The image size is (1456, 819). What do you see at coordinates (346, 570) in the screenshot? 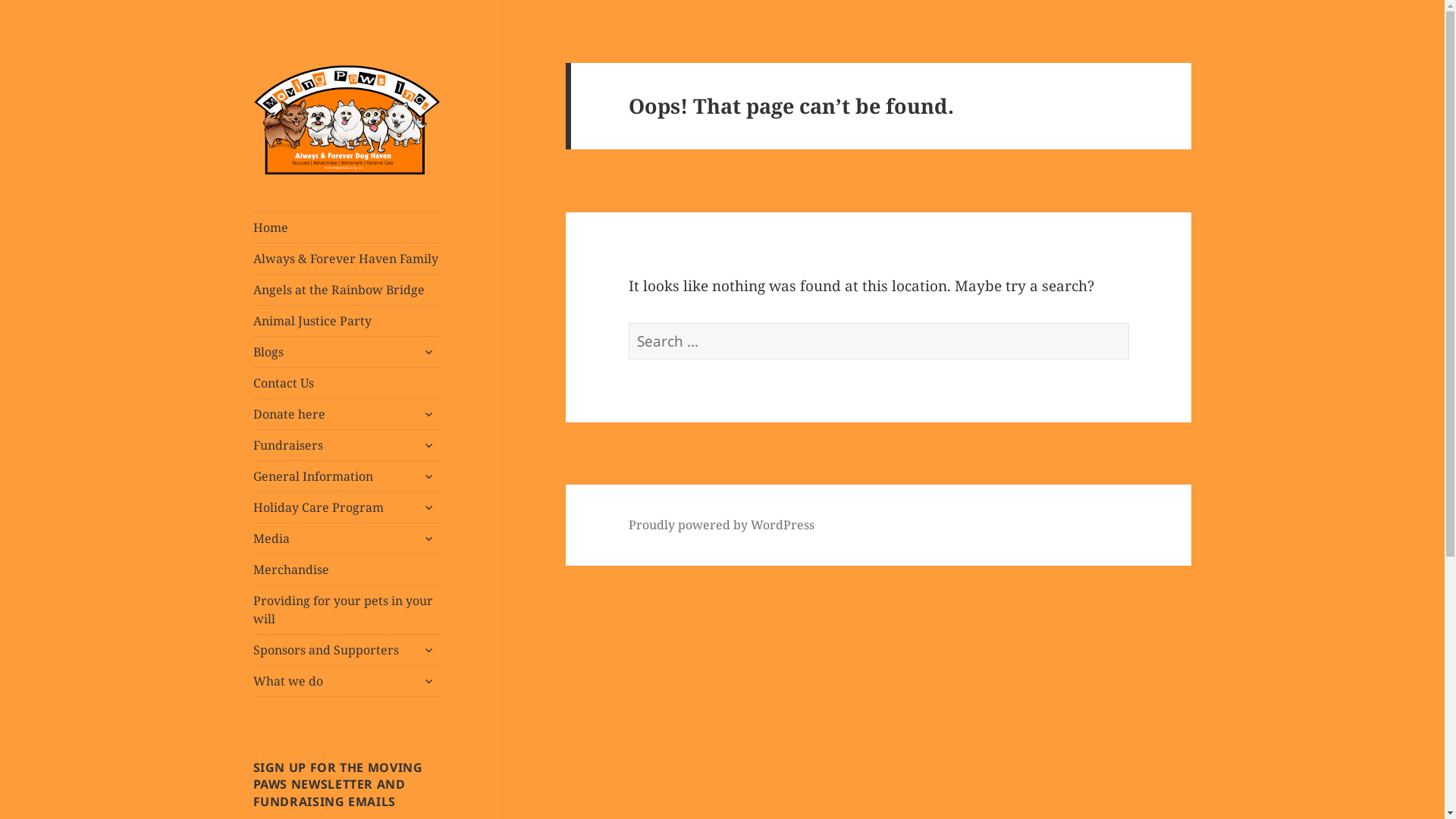
I see `'Merchandise'` at bounding box center [346, 570].